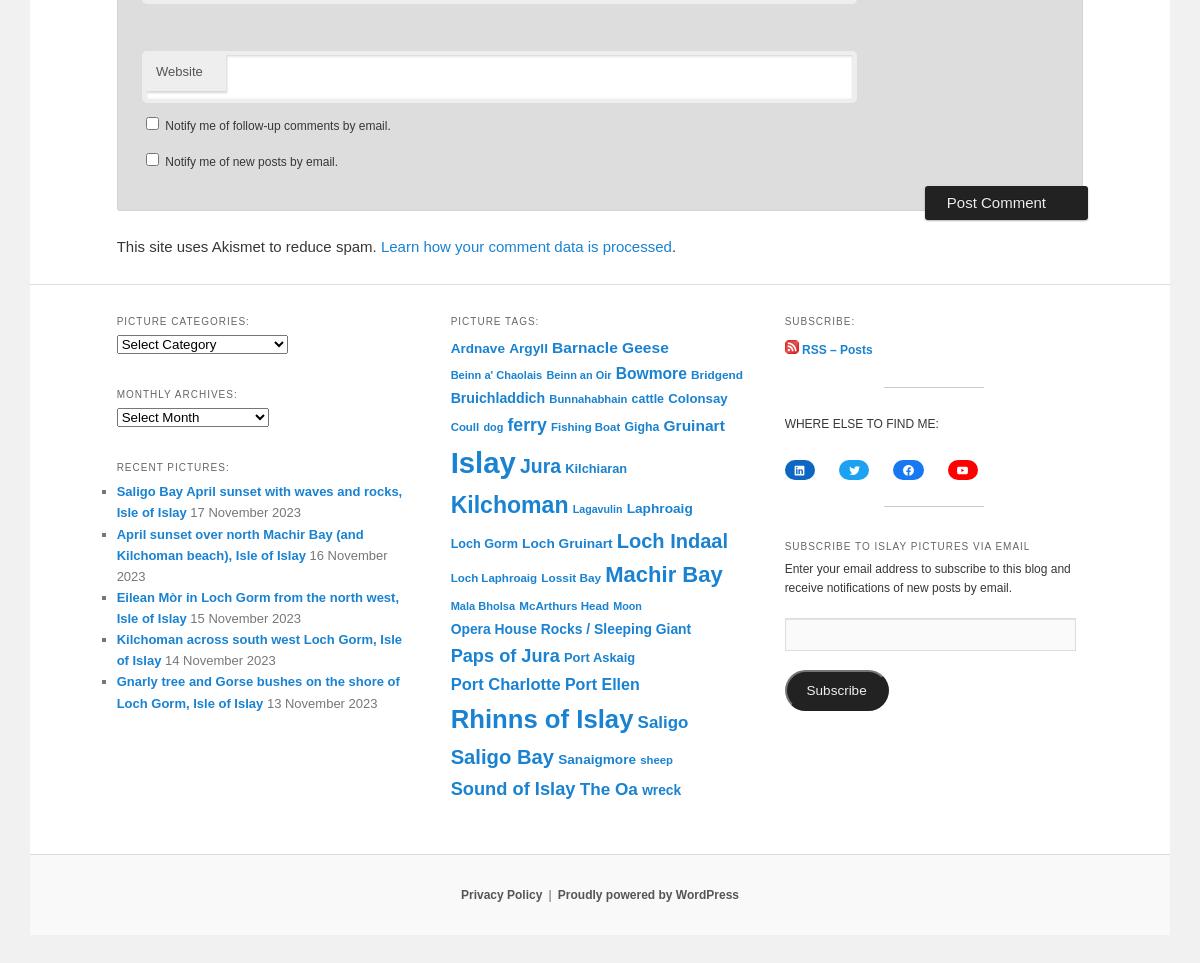  I want to click on 'Opera House Rocks / Sleeping Giant', so click(569, 628).